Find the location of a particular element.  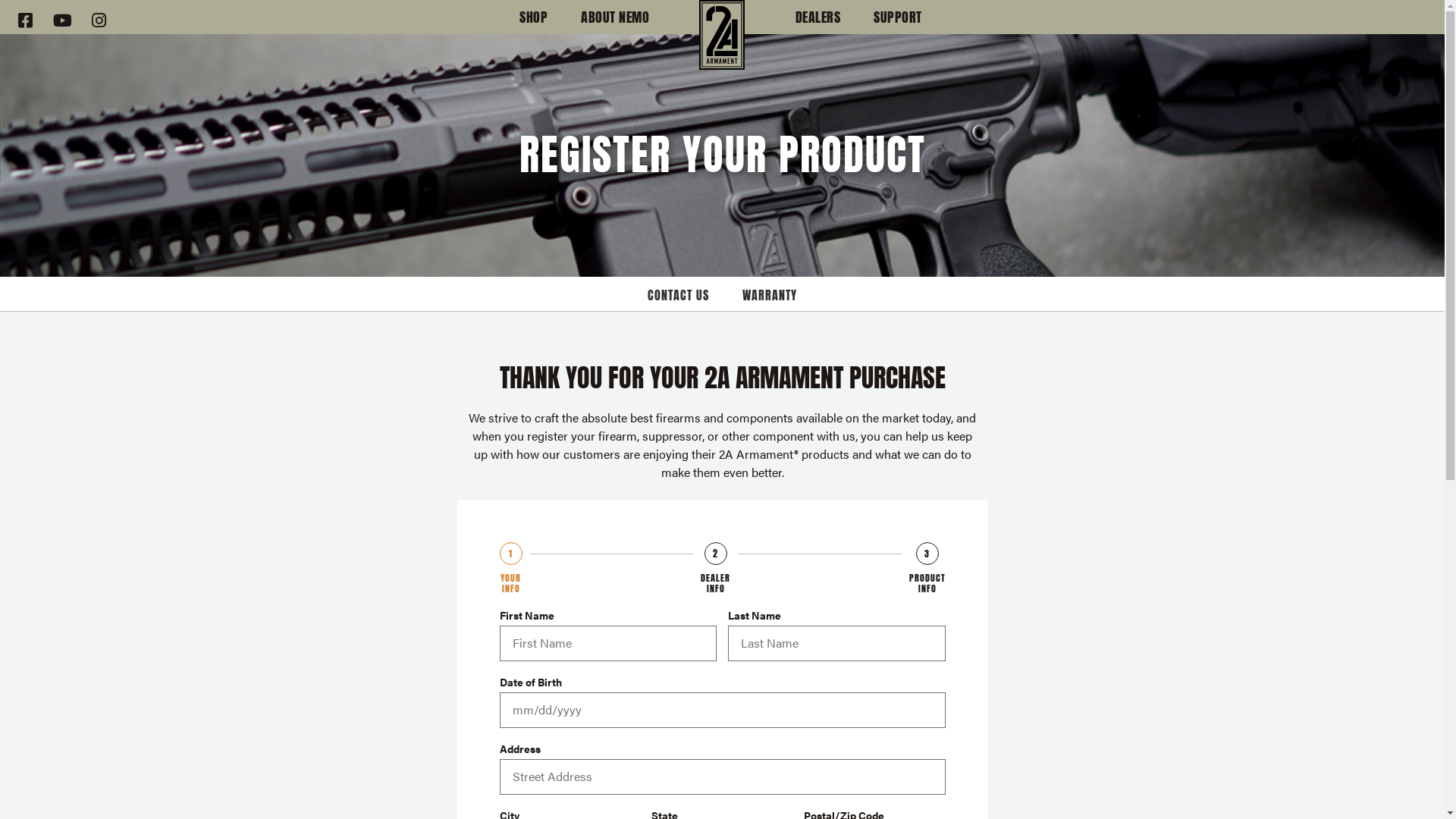

'CONTACT US' is located at coordinates (636, 295).